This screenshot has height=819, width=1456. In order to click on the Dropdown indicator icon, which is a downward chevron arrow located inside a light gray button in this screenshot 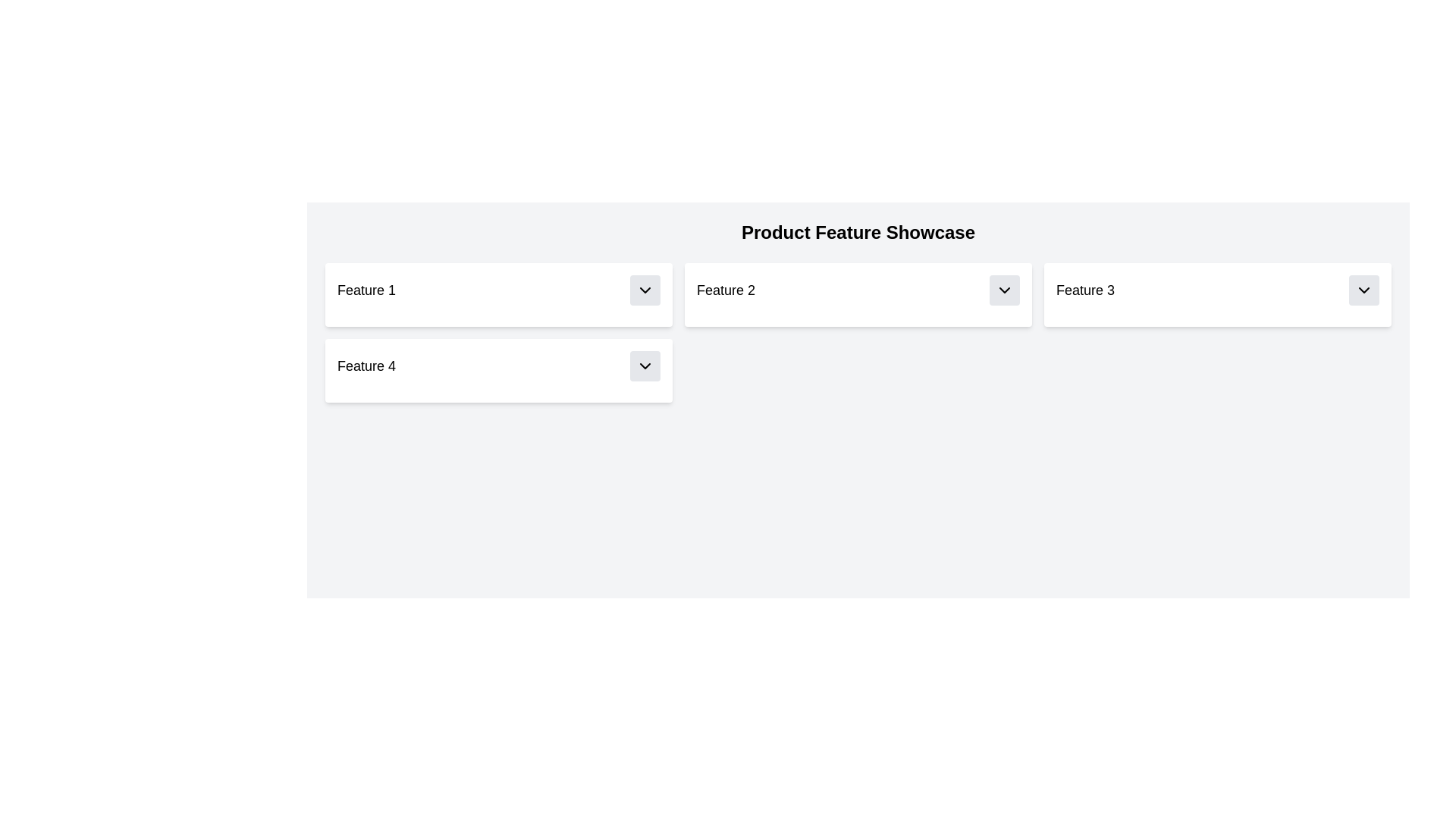, I will do `click(1004, 290)`.